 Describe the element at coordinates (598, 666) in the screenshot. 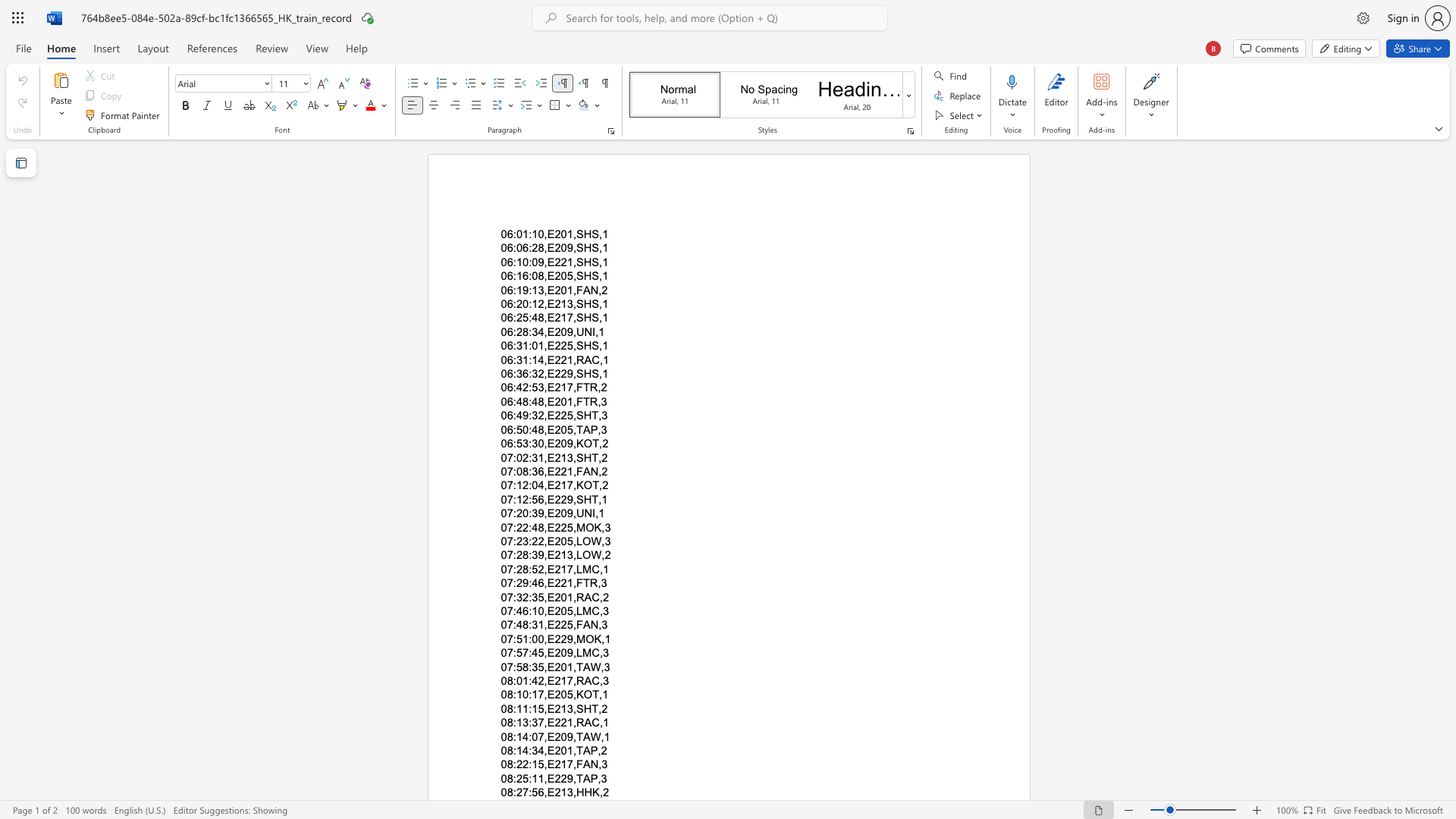

I see `the space between the continuous character "W" and "," in the text` at that location.